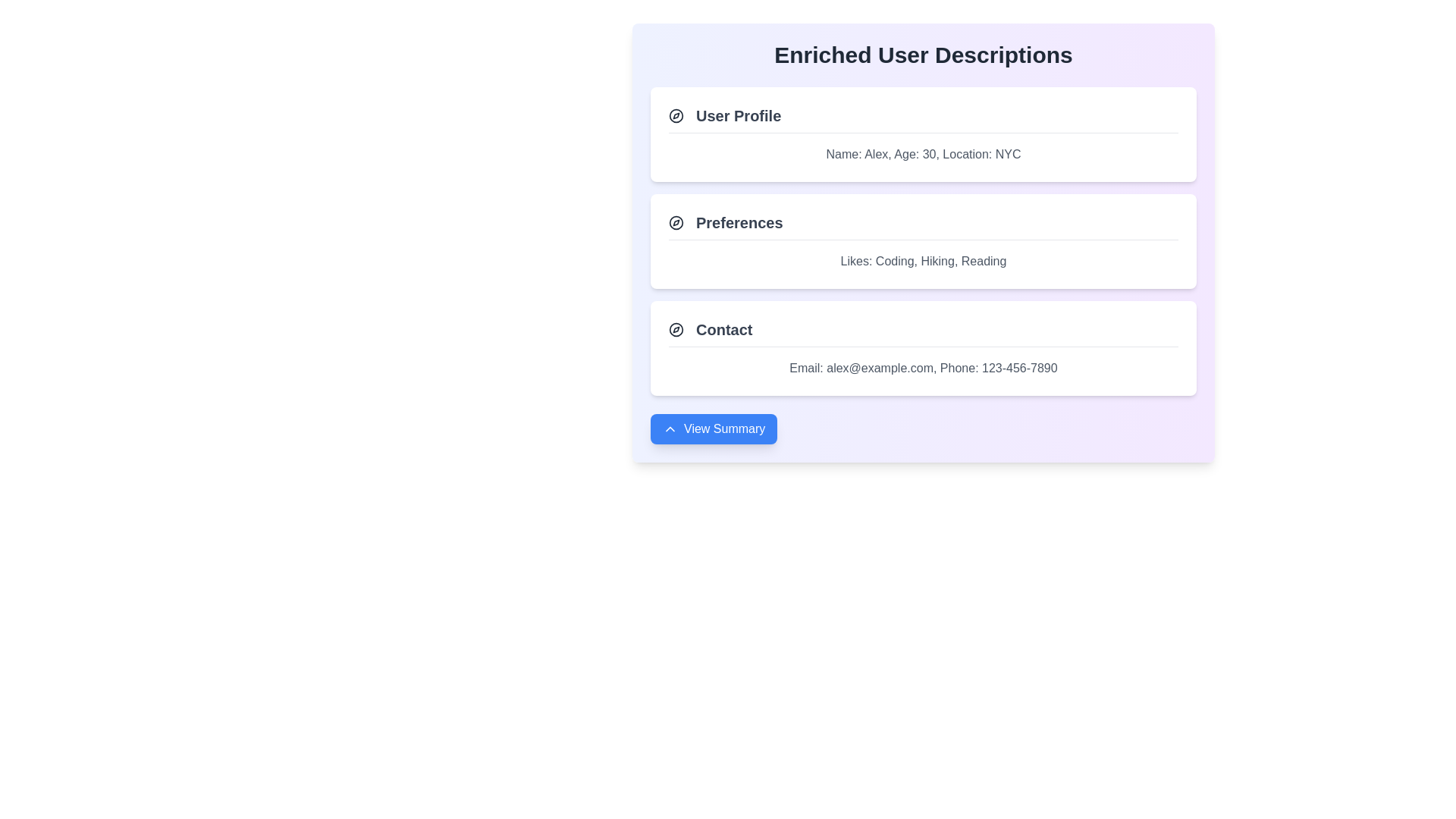 This screenshot has width=1456, height=819. I want to click on the compass icon located in the 'Contact' section, positioned to the left of the section title 'Contact', so click(676, 329).